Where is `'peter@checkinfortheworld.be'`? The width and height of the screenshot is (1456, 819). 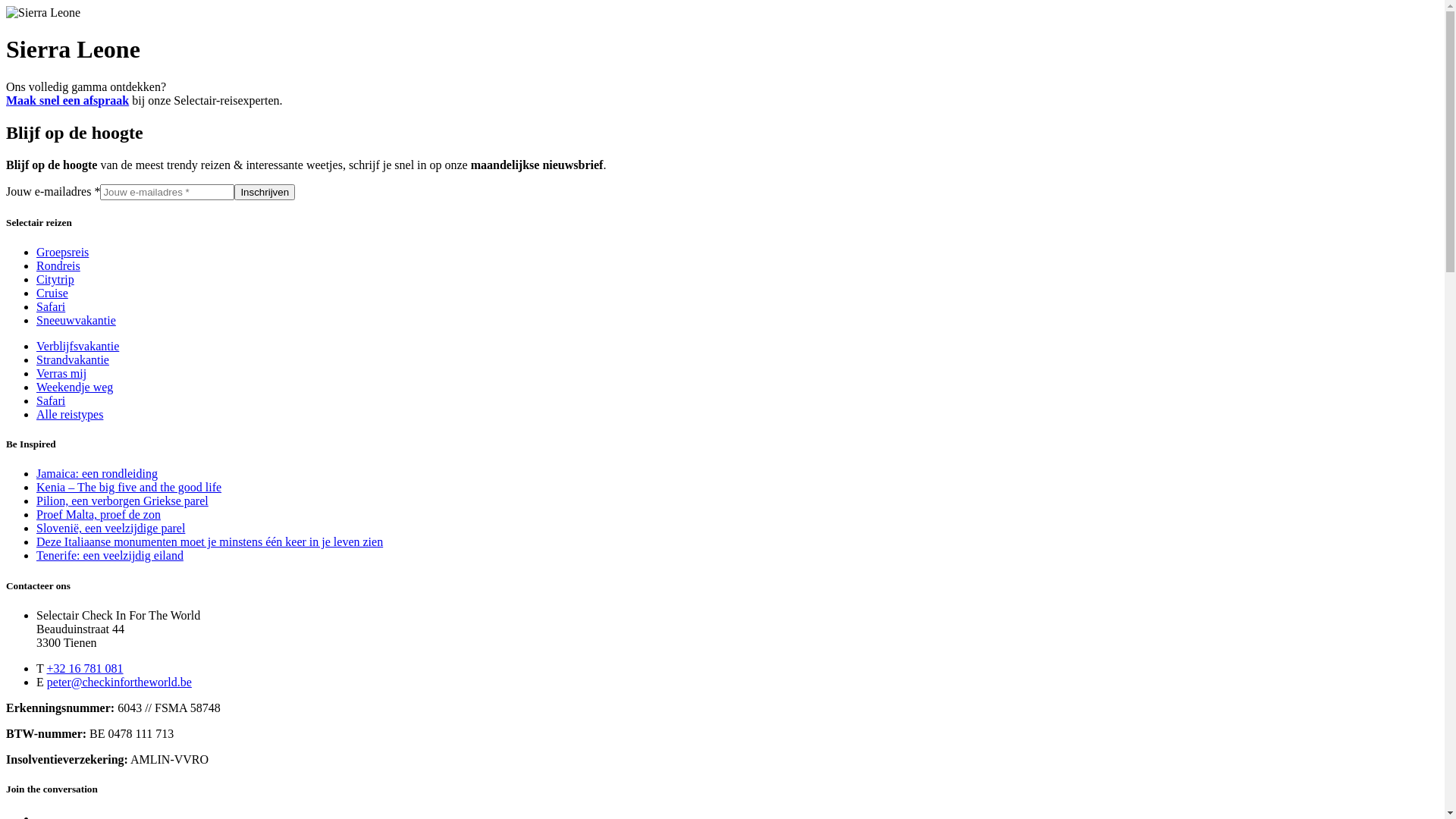 'peter@checkinfortheworld.be' is located at coordinates (118, 681).